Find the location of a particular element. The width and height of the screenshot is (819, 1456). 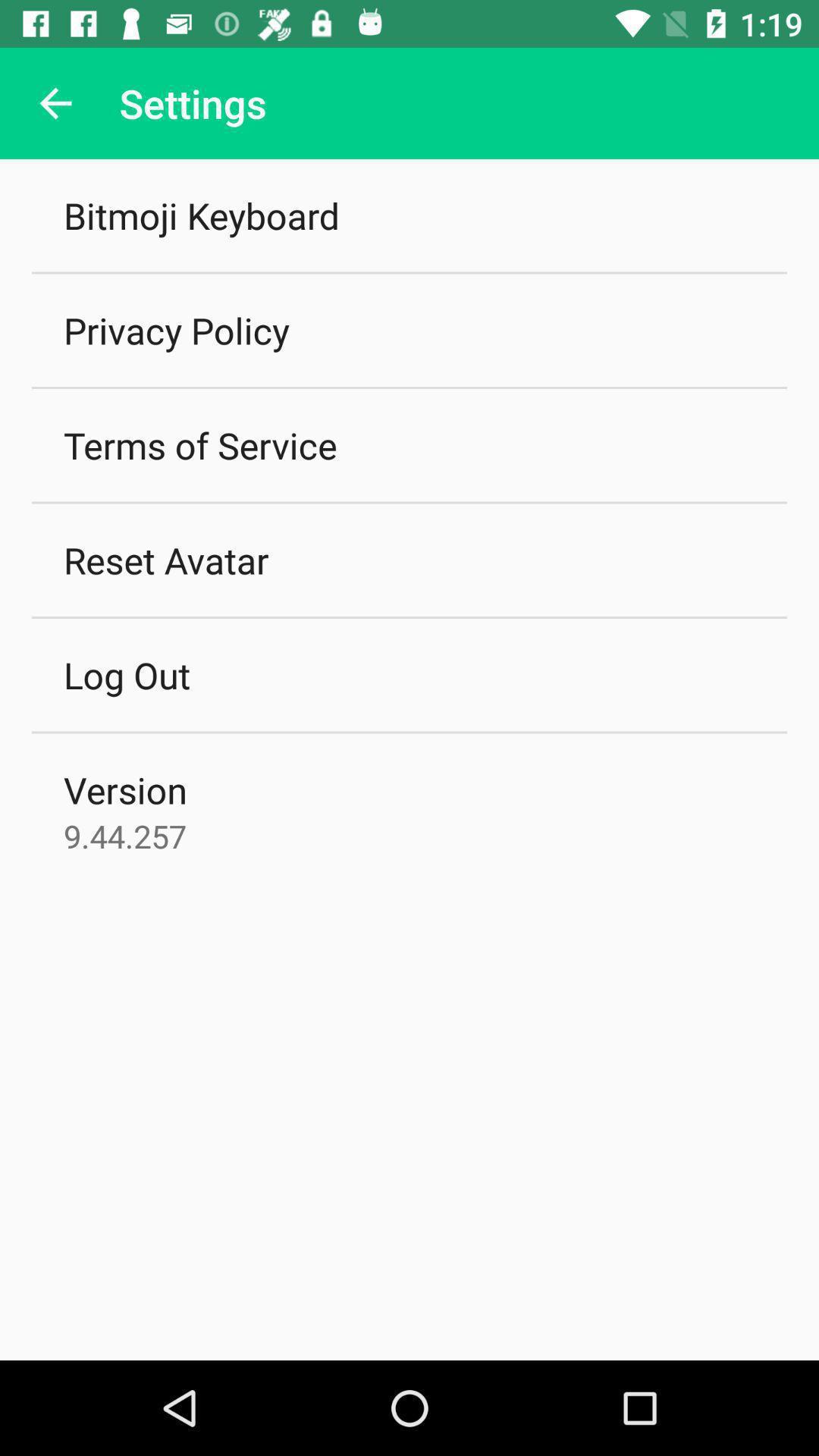

icon below reset avatar item is located at coordinates (126, 674).